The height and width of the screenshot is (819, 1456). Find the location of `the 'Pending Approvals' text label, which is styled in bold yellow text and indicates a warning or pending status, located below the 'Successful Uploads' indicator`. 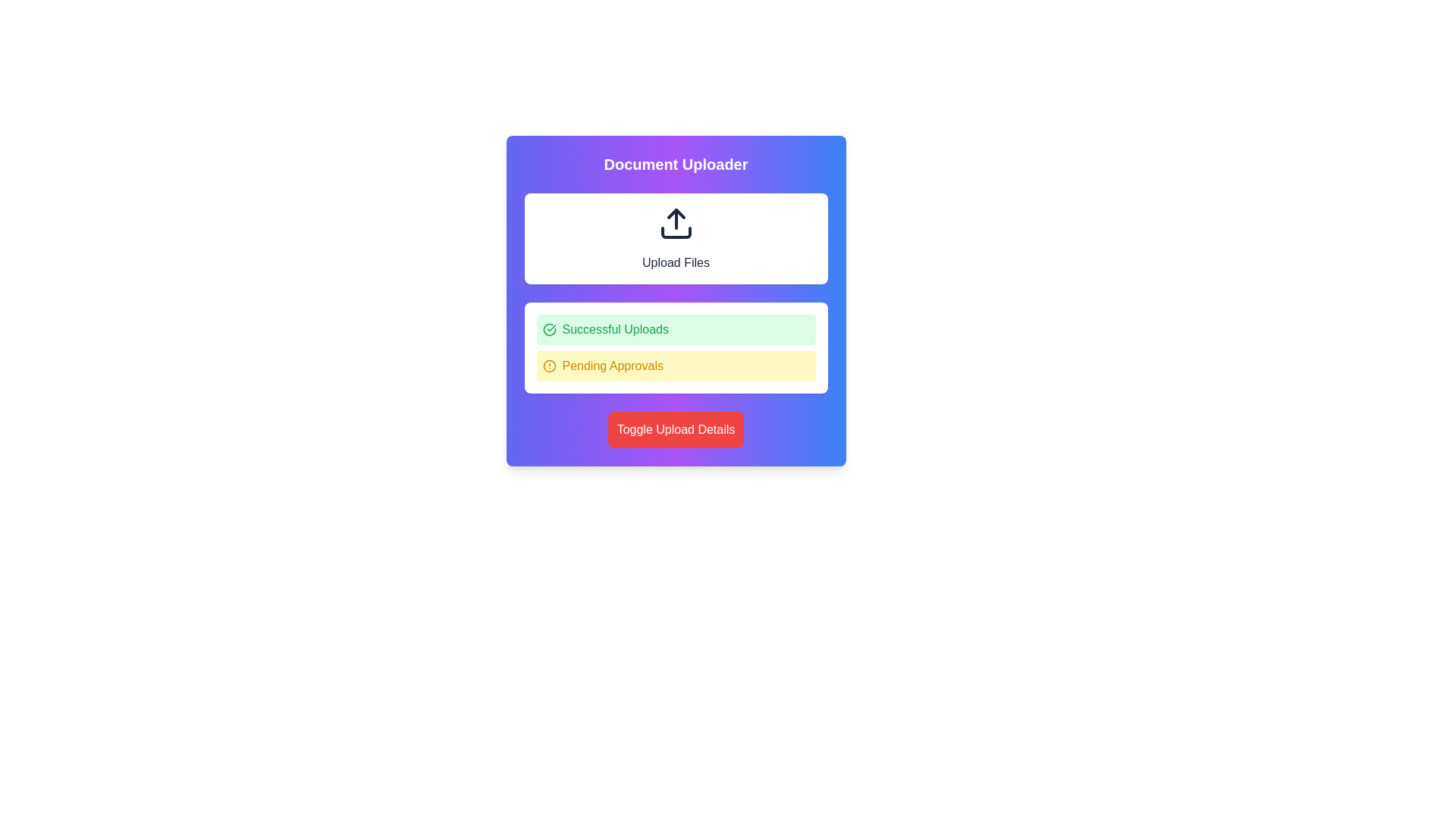

the 'Pending Approvals' text label, which is styled in bold yellow text and indicates a warning or pending status, located below the 'Successful Uploads' indicator is located at coordinates (612, 366).